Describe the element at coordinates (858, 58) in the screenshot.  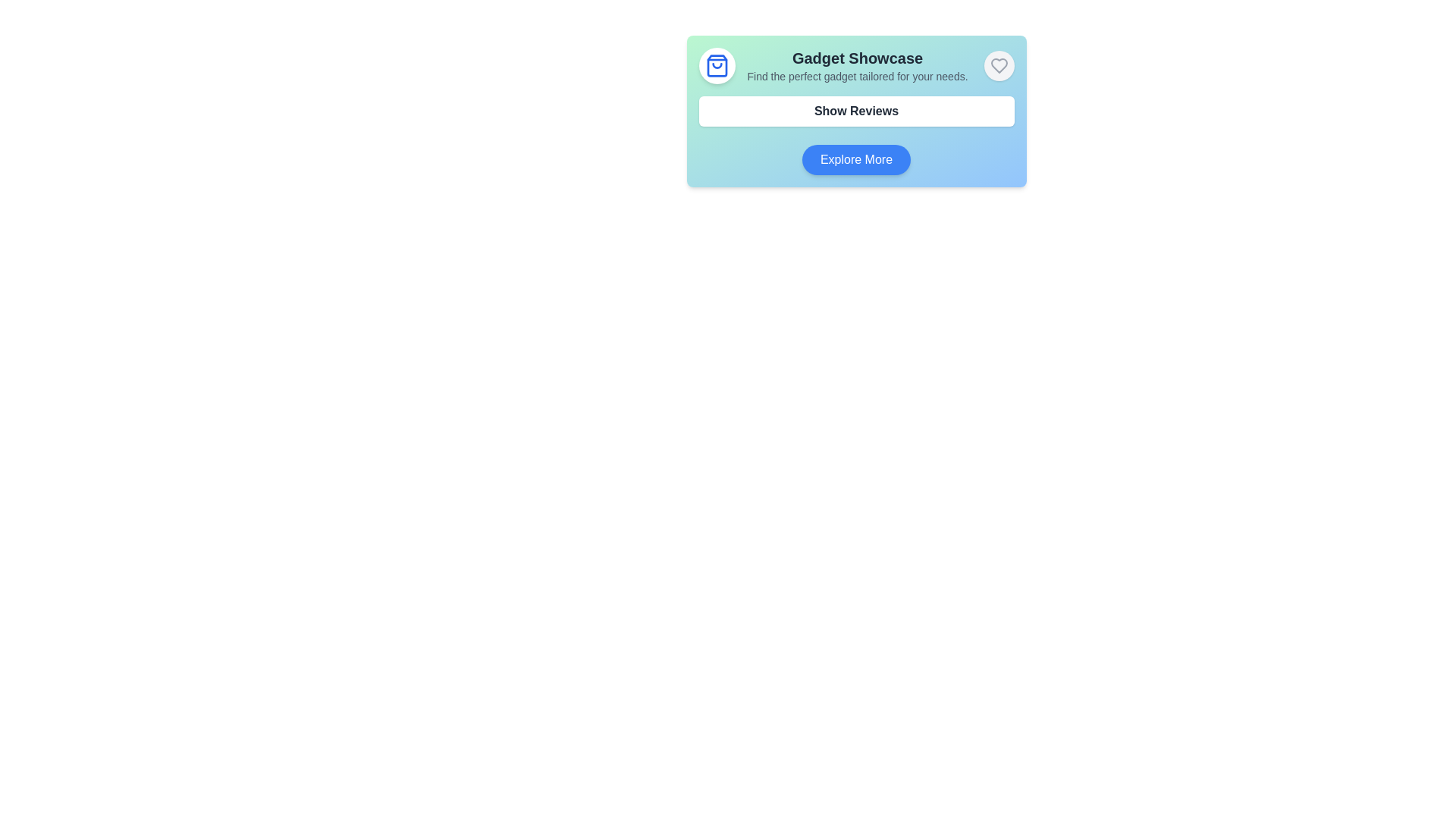
I see `the bold, large-sized text block labeled 'Gadget Showcase'` at that location.